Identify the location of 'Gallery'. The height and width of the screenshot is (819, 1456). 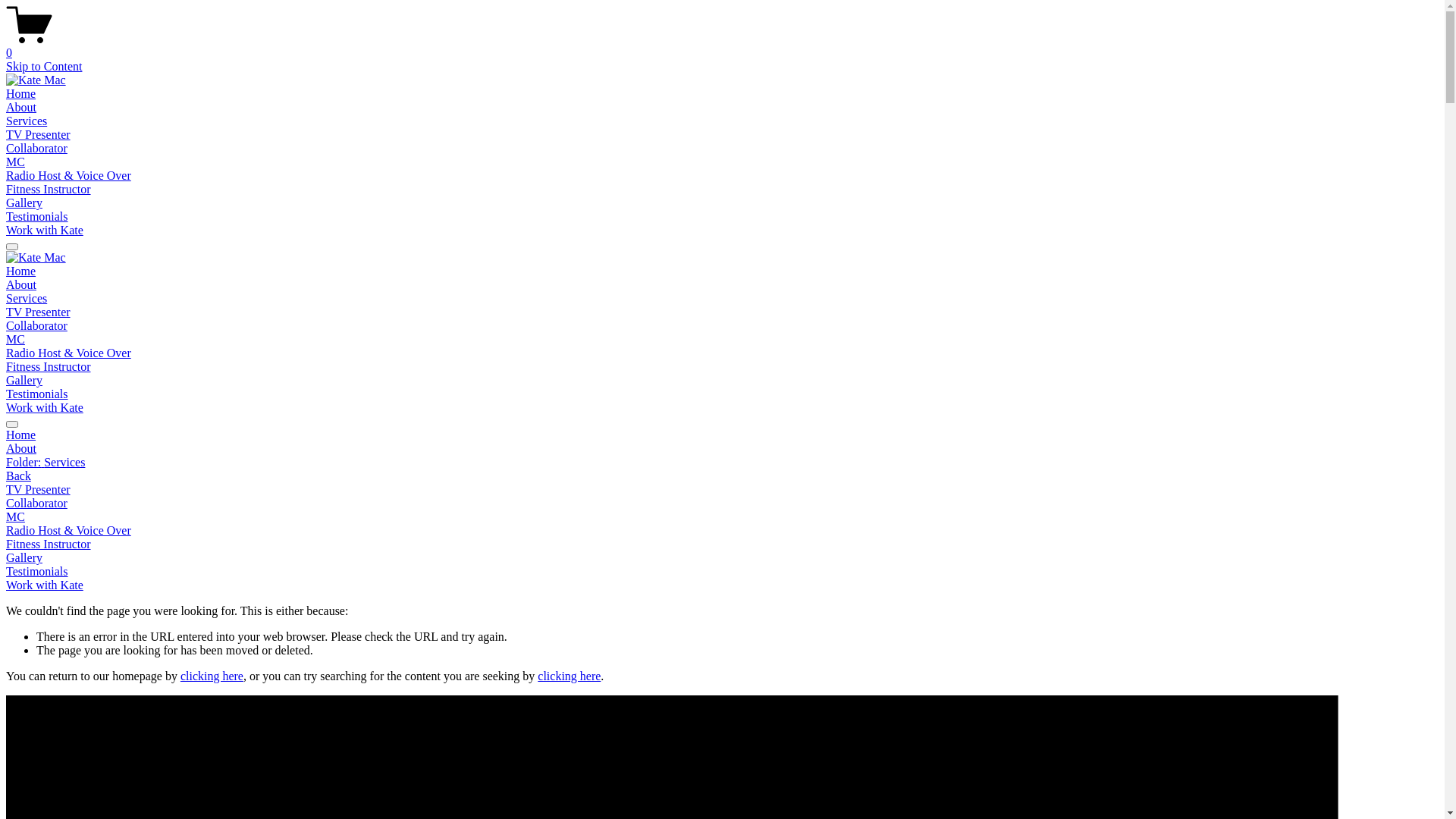
(6, 379).